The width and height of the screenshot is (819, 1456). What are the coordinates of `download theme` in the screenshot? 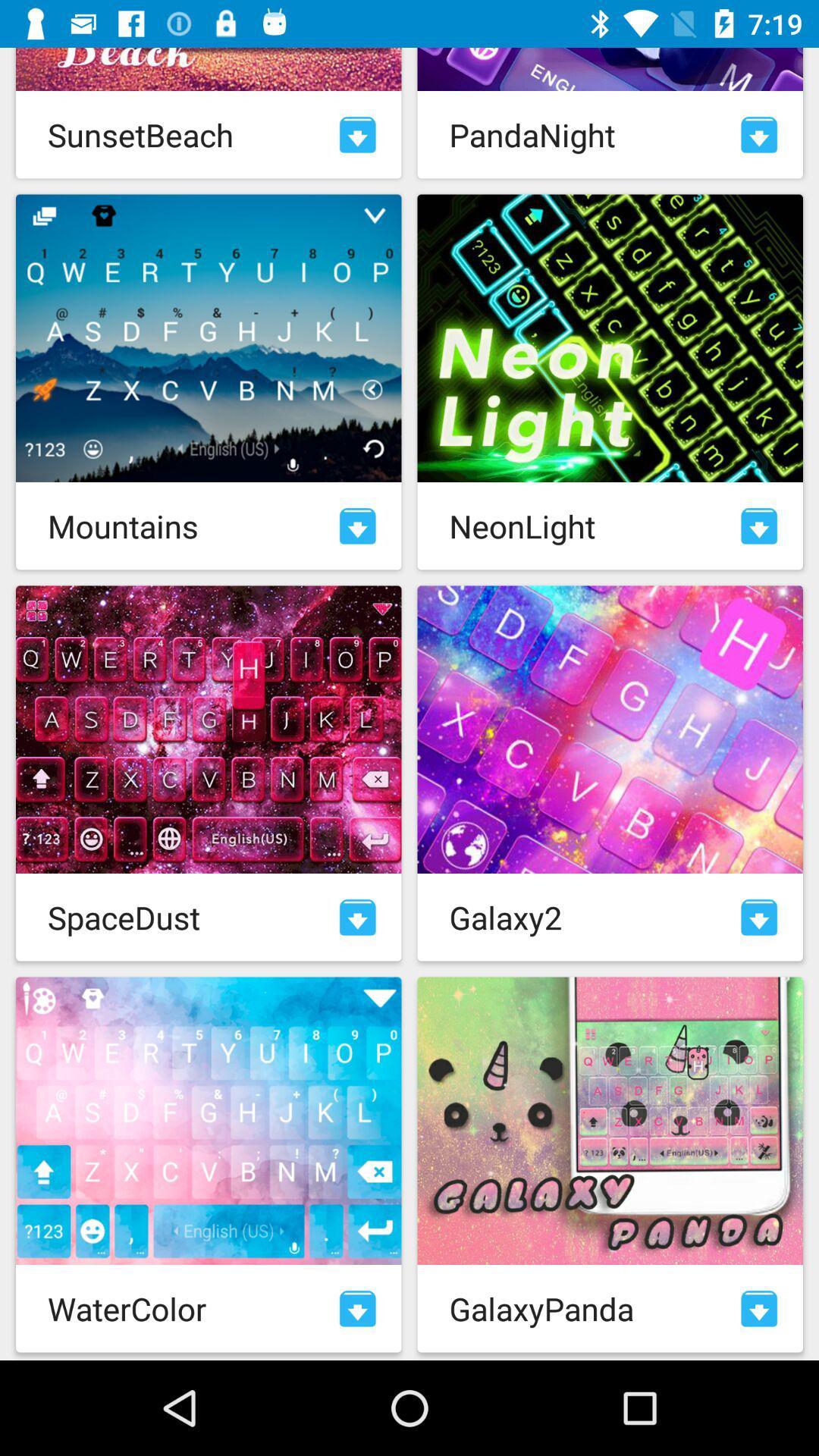 It's located at (759, 1307).